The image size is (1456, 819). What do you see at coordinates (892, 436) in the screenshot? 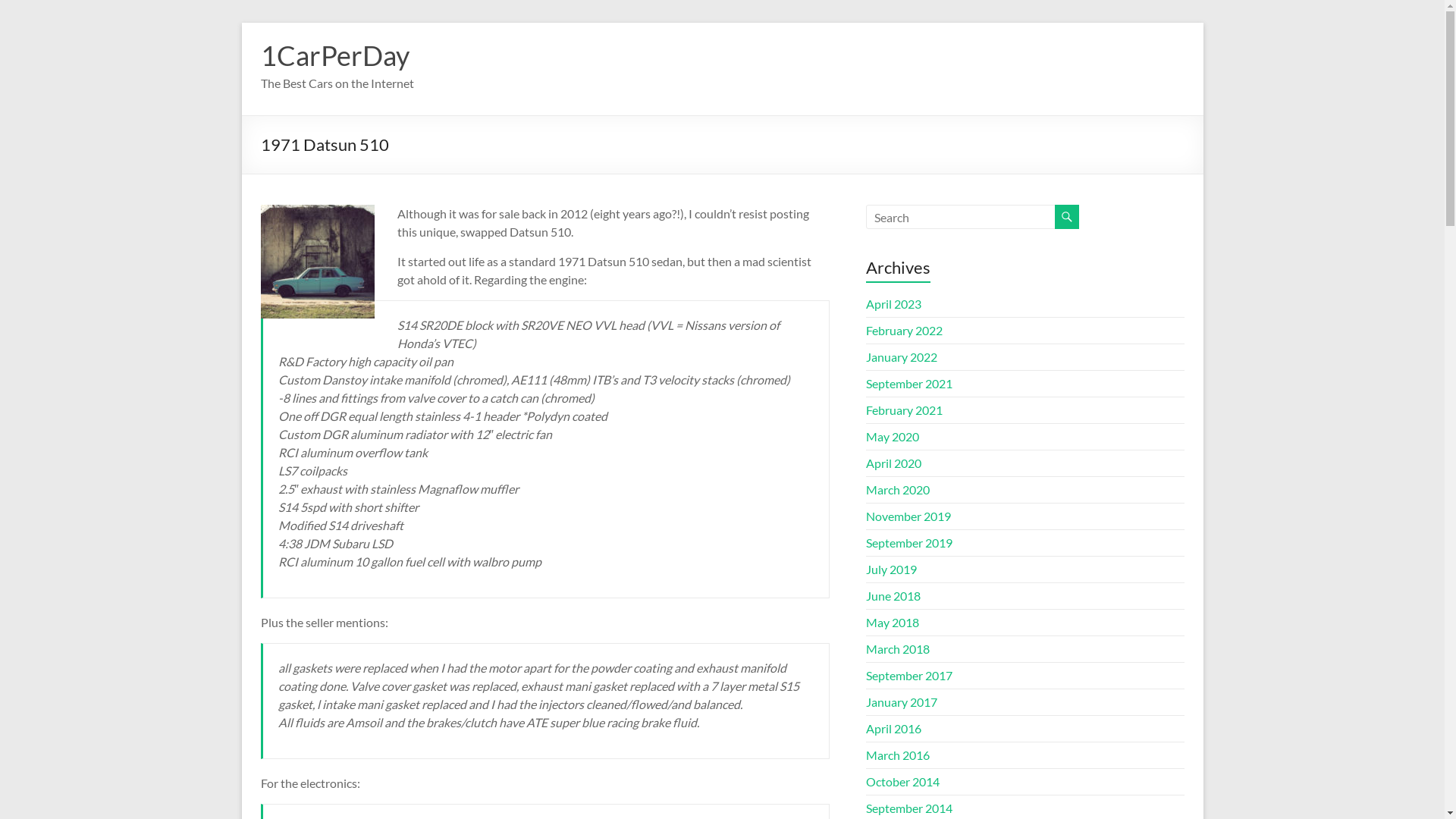
I see `'May 2020'` at bounding box center [892, 436].